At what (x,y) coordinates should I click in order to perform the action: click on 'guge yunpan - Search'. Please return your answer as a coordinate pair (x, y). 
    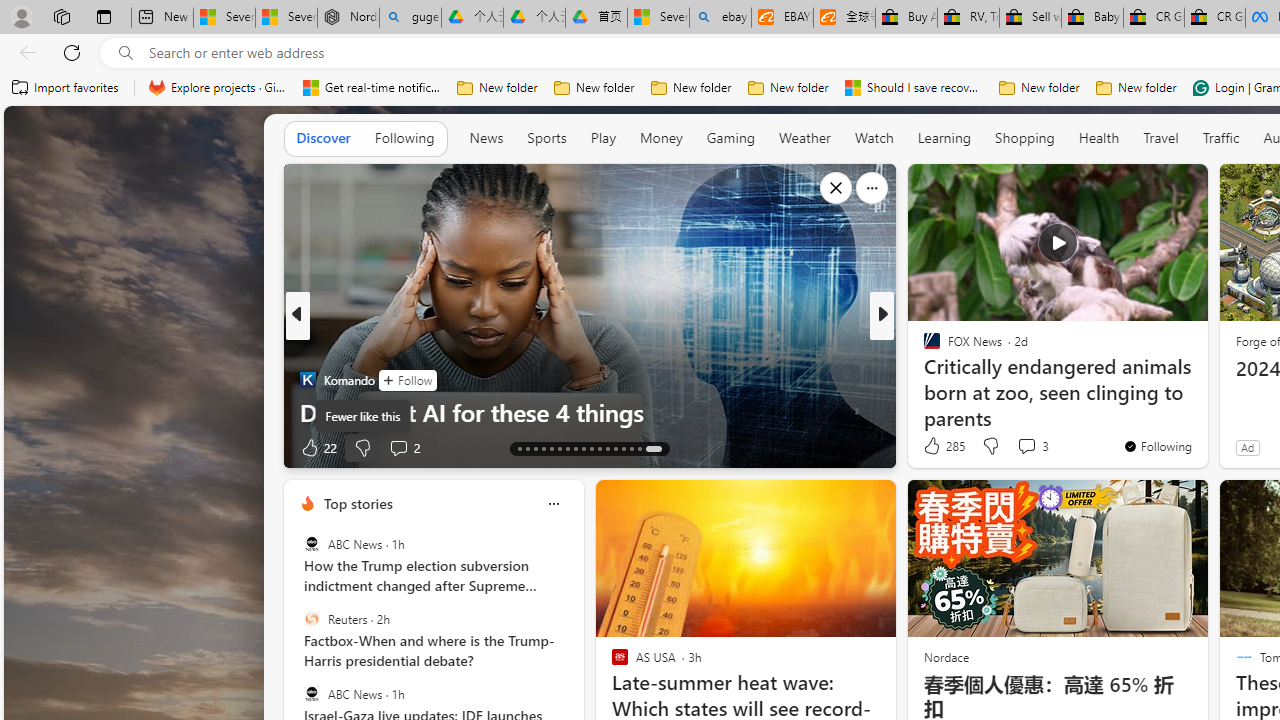
    Looking at the image, I should click on (409, 17).